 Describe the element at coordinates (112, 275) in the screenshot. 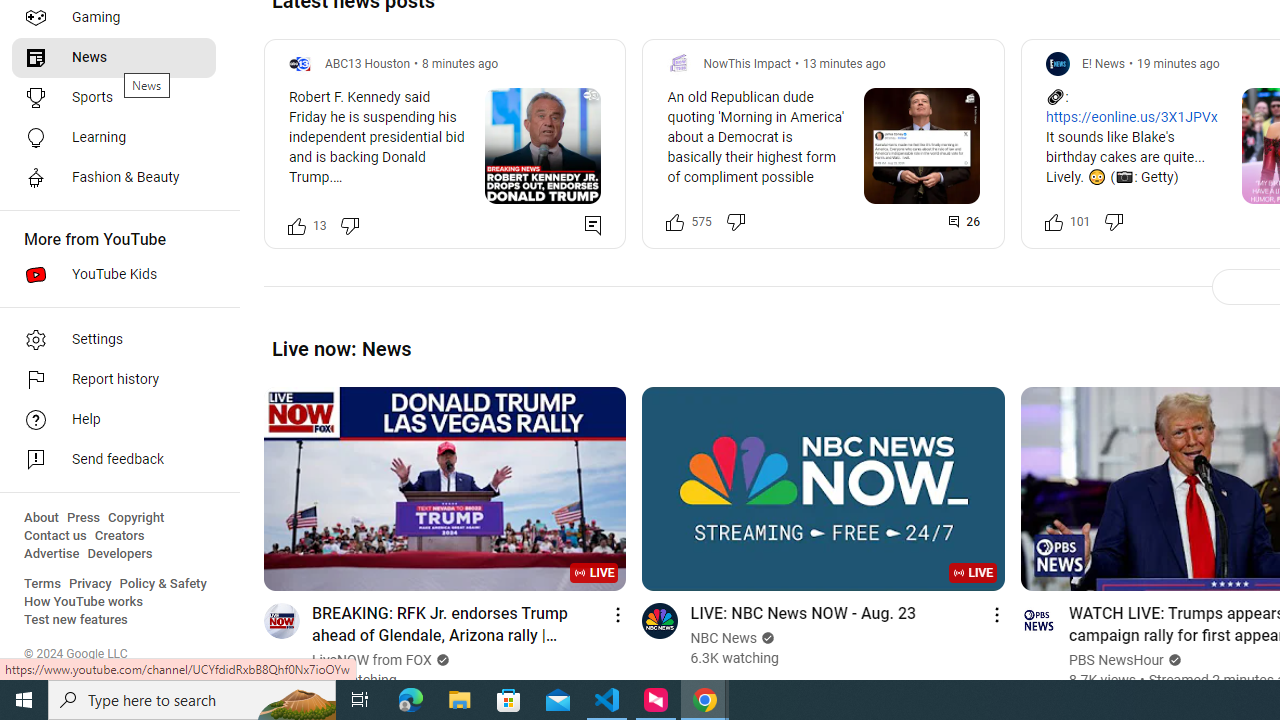

I see `'YouTube Kids'` at that location.